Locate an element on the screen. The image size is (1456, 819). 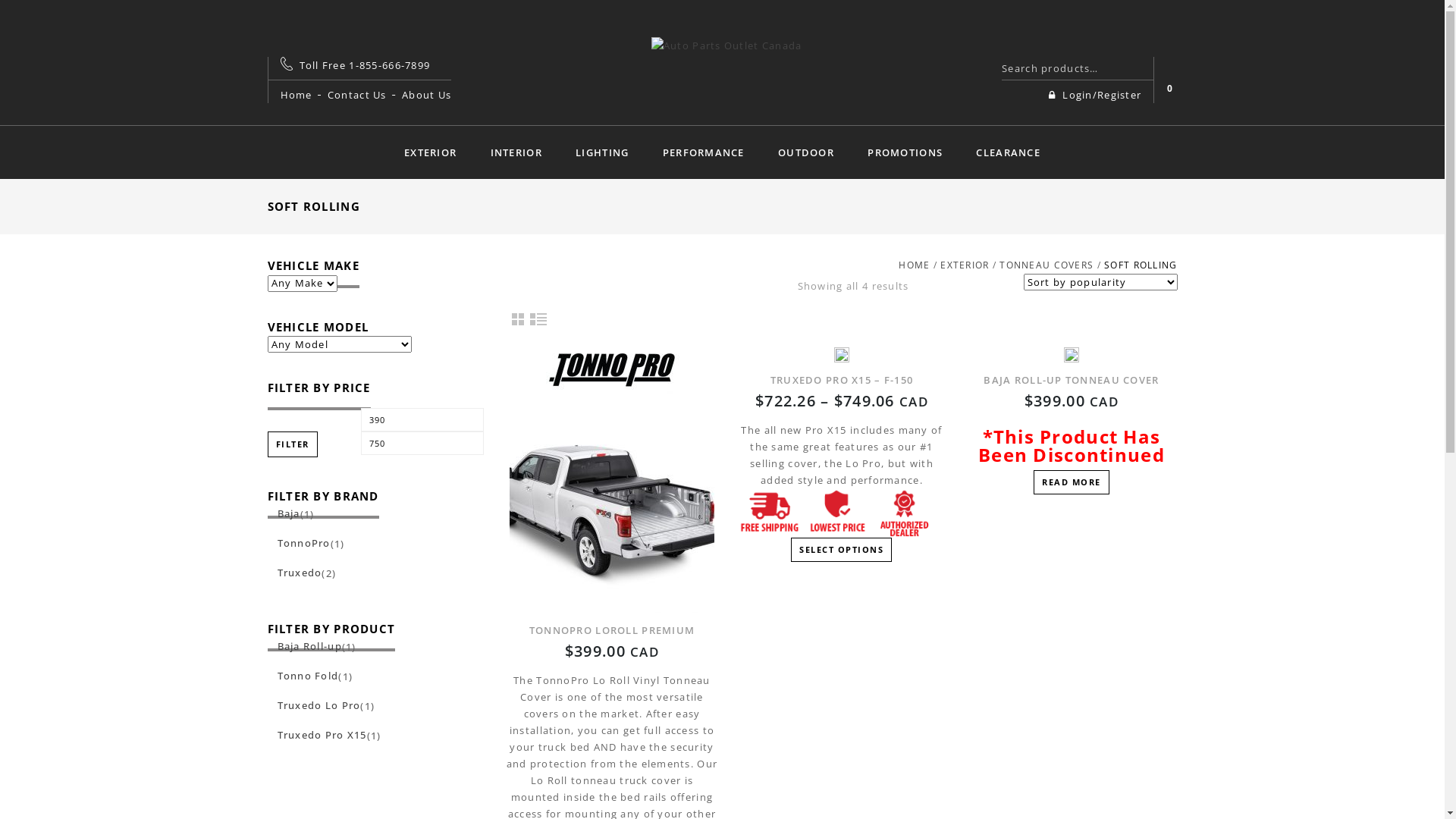
'LIGHTING' is located at coordinates (601, 152).